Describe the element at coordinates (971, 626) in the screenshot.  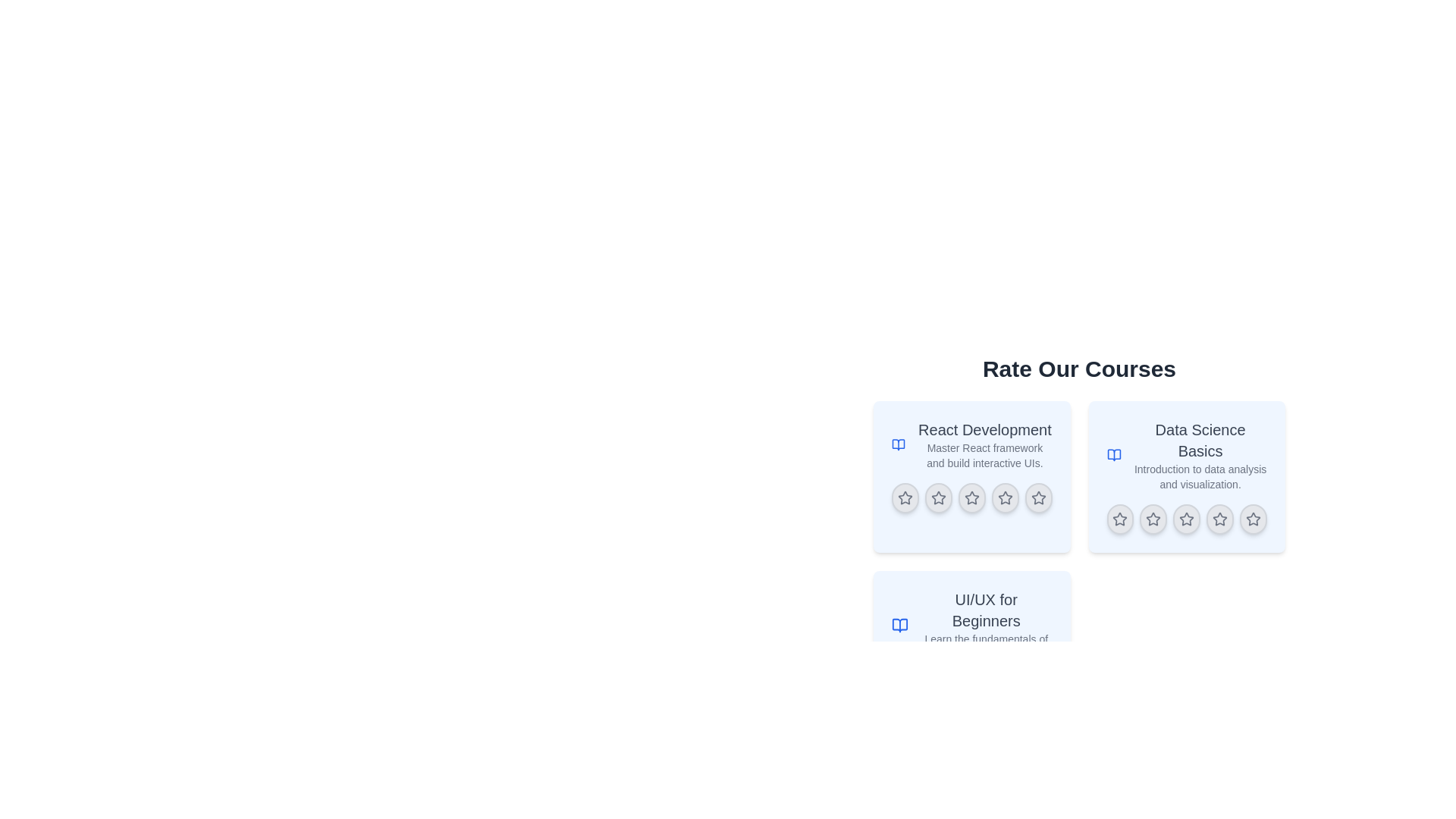
I see `the Information Card element featuring the title 'UI/UX for Beginners' and a blue book icon, positioned at the top-right side of the interface below the header 'Rate Our Courses'` at that location.